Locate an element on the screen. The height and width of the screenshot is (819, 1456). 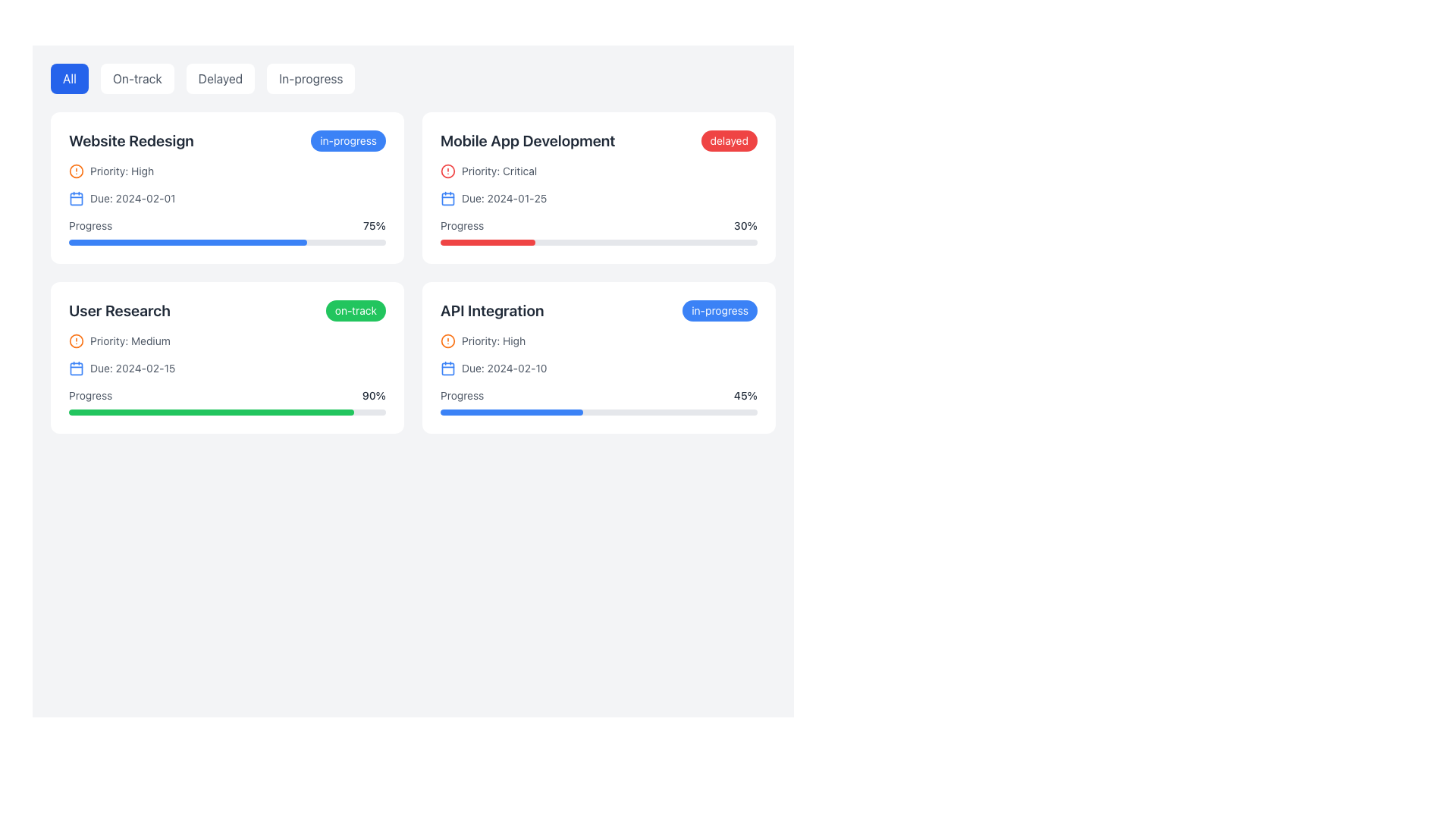
the priority level indicated by the 'Priority: Critical' text and the red warning icon in the Informational Label with Icon, located in the 'Mobile App Development' section is located at coordinates (598, 171).